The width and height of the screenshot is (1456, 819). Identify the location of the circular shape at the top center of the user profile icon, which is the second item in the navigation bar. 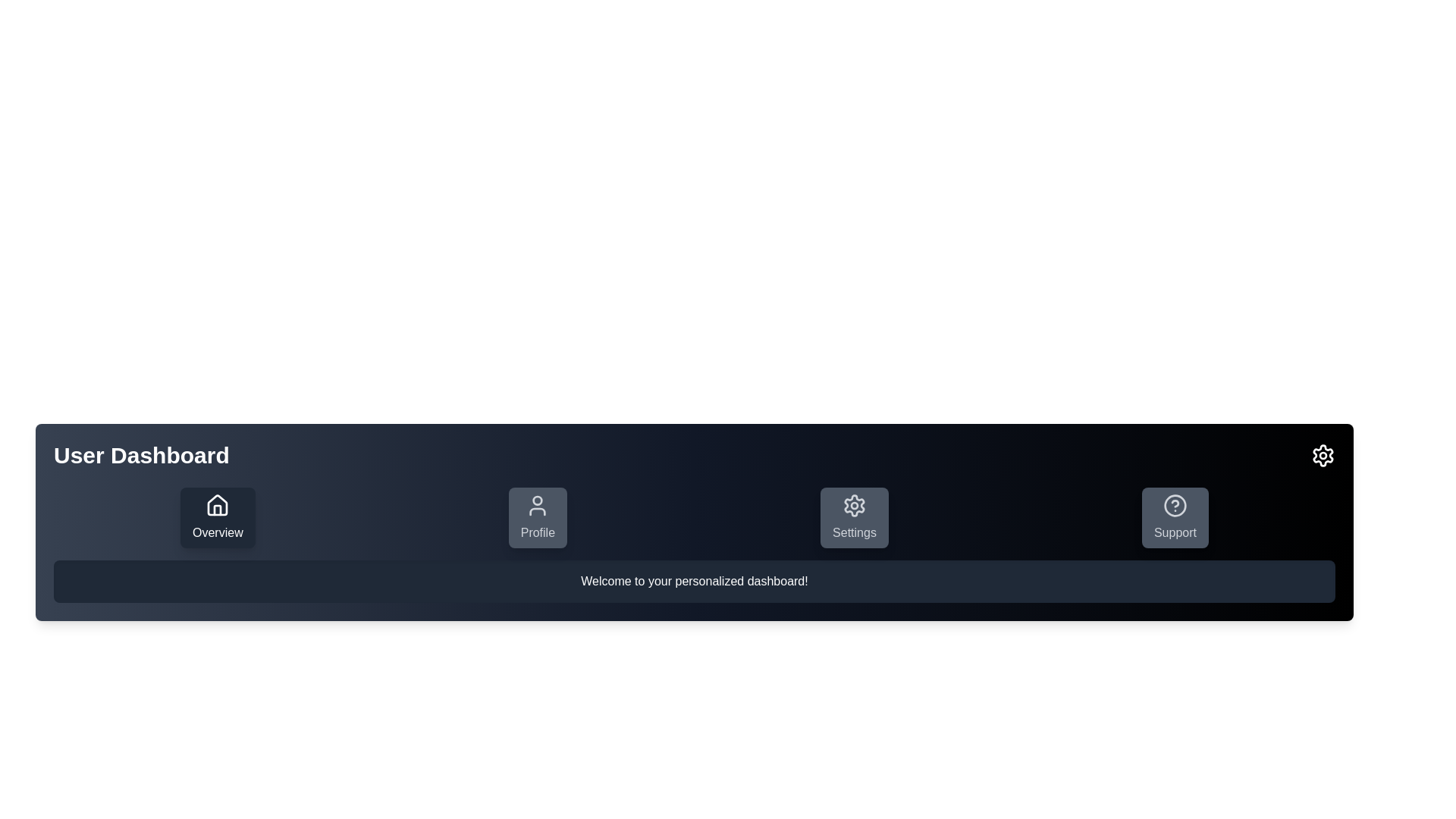
(538, 500).